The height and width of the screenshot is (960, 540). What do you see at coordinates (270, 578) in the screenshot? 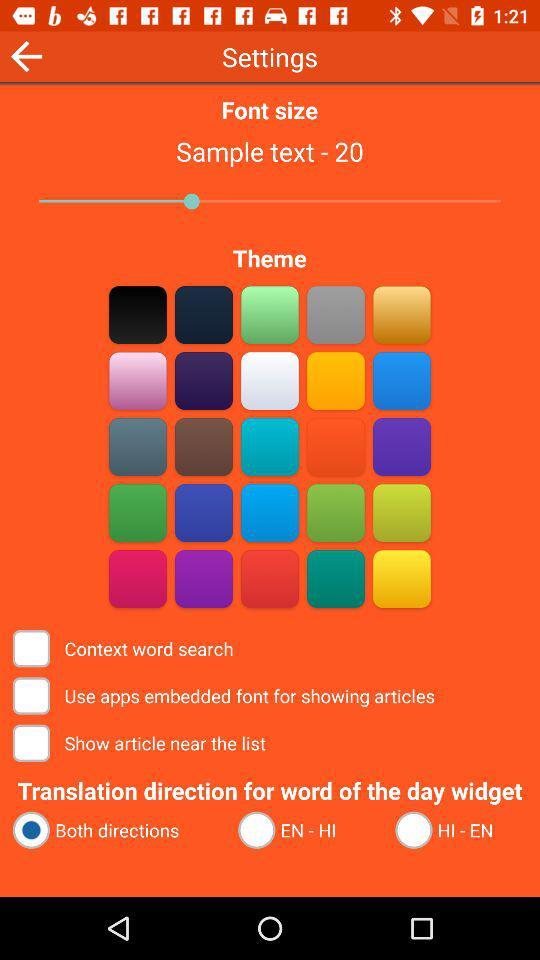
I see `color` at bounding box center [270, 578].